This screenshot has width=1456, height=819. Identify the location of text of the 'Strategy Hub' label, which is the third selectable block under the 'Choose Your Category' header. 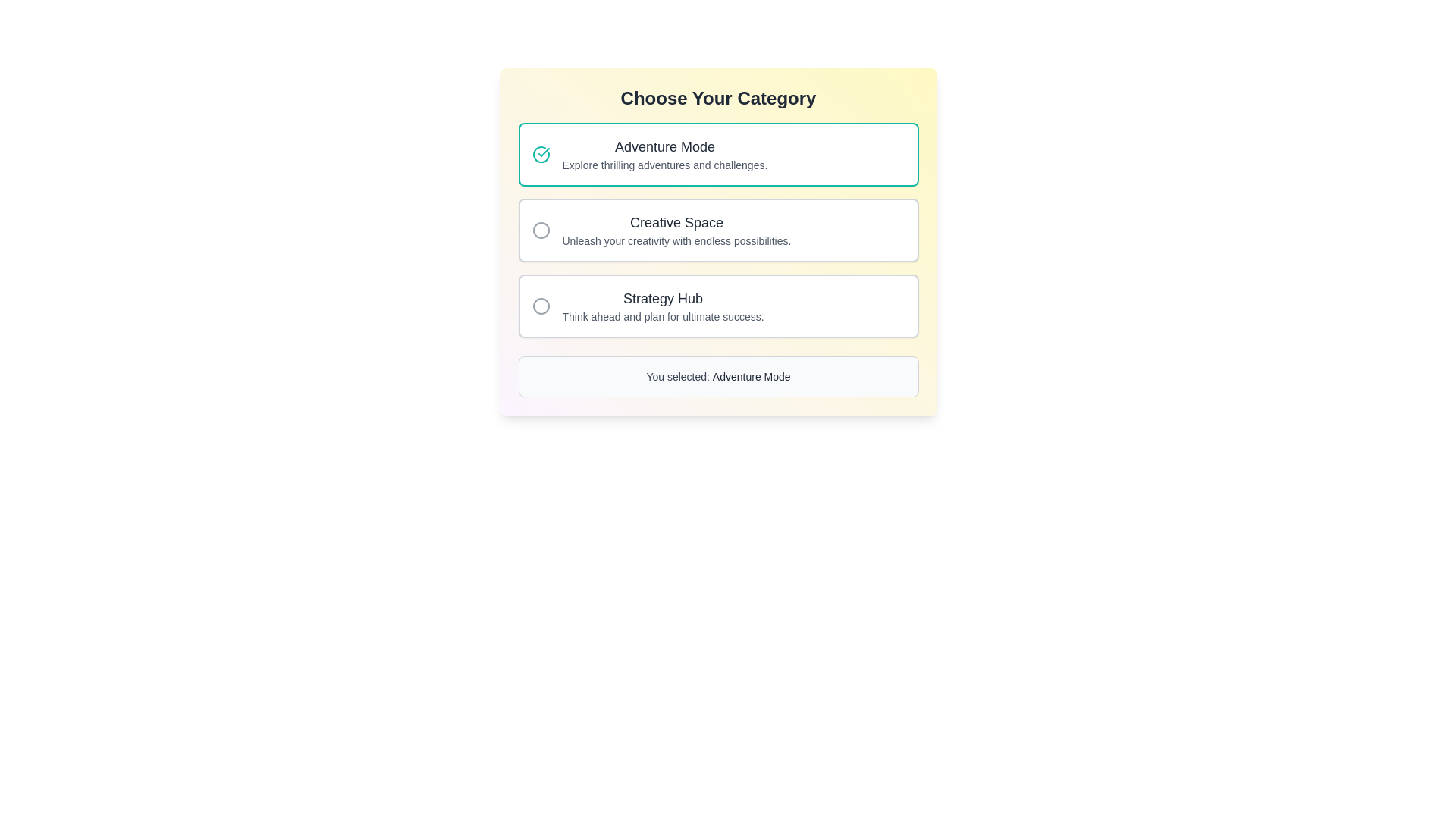
(663, 306).